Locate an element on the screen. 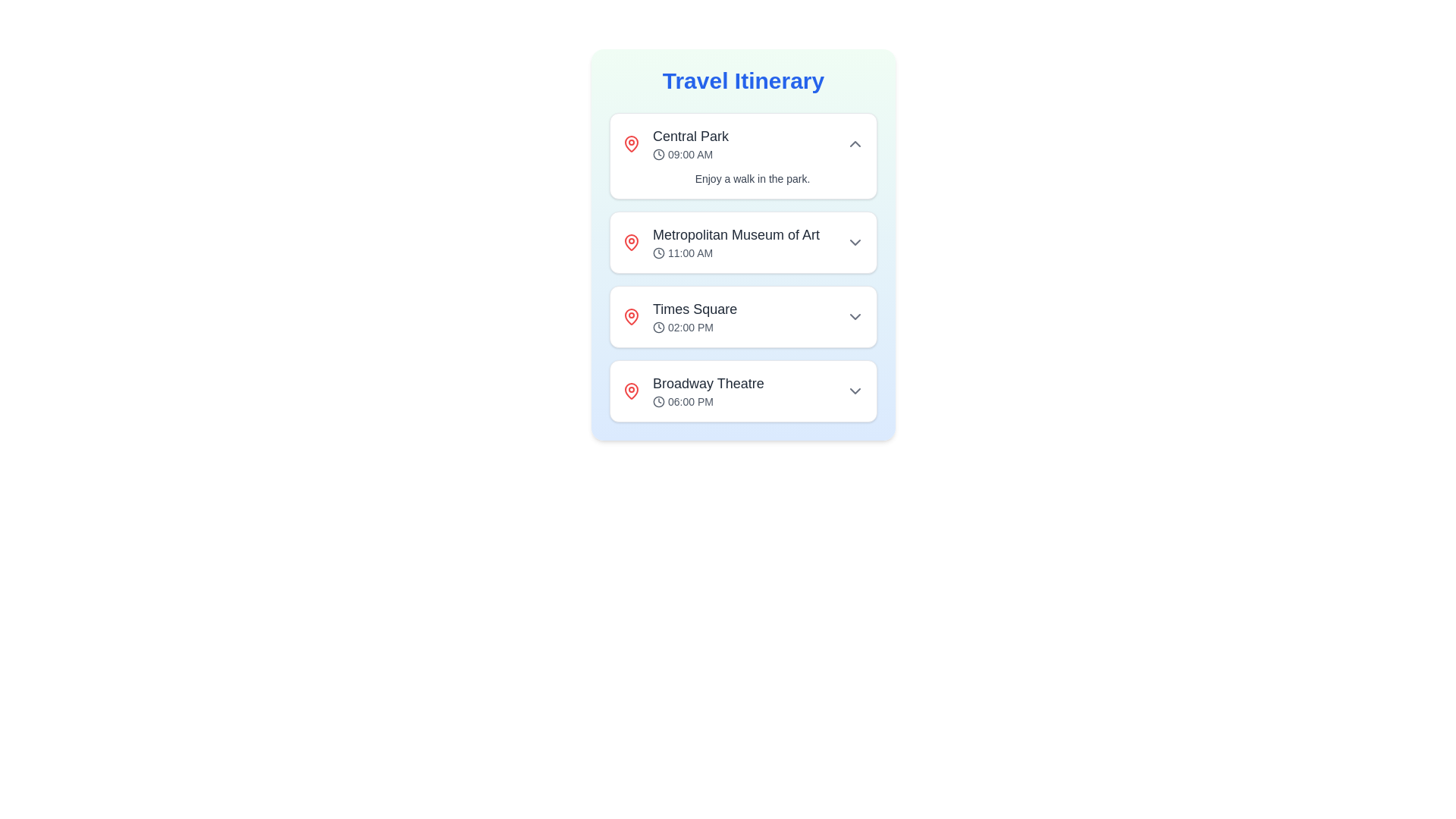 The image size is (1456, 819). the time '11:00 AM' in the second itinerary entry for 'Metropolitan Museum of Art', which is represented with a red map pin icon and a clock icon is located at coordinates (743, 242).